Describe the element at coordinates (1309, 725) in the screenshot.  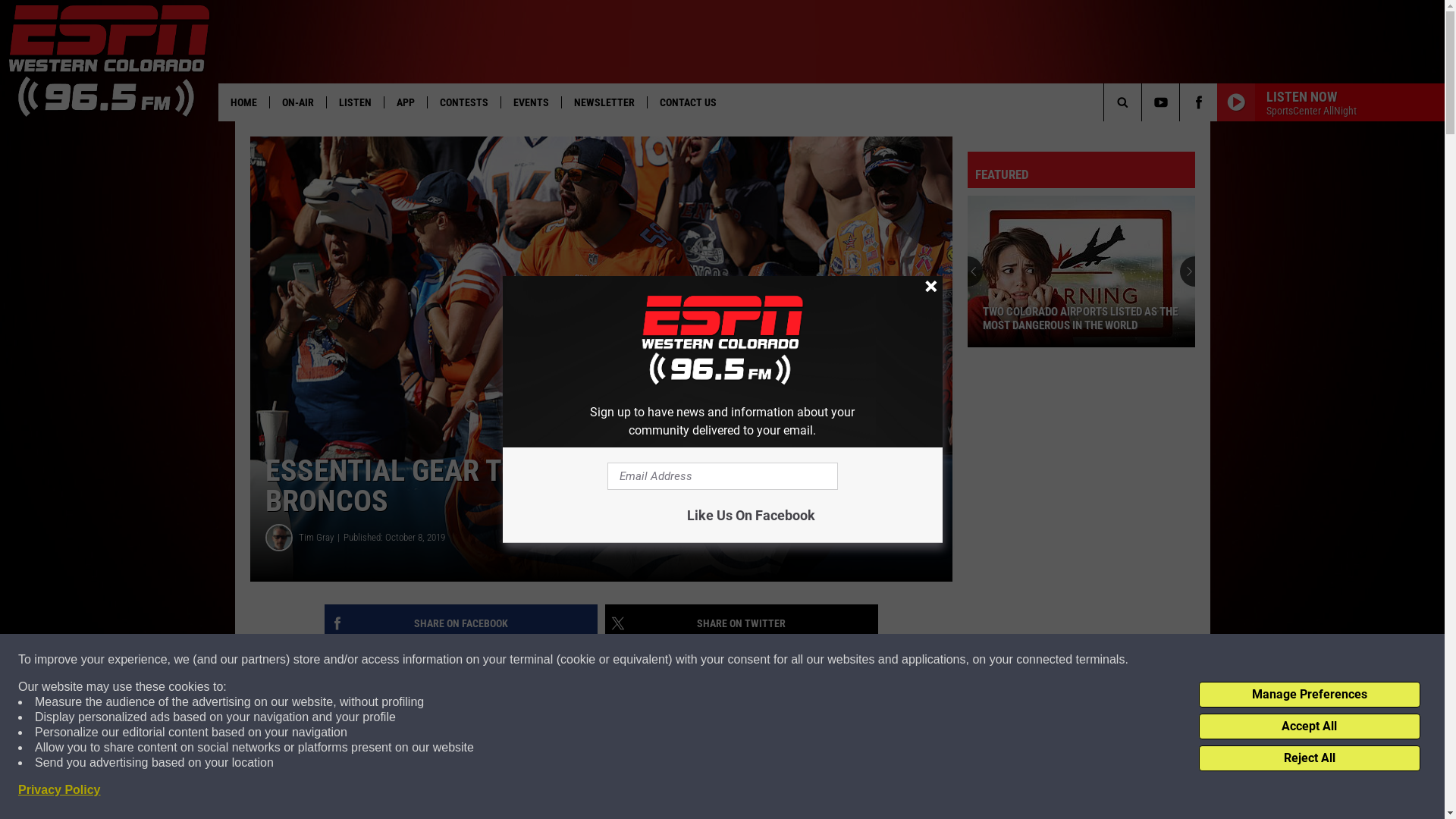
I see `'Accept All'` at that location.